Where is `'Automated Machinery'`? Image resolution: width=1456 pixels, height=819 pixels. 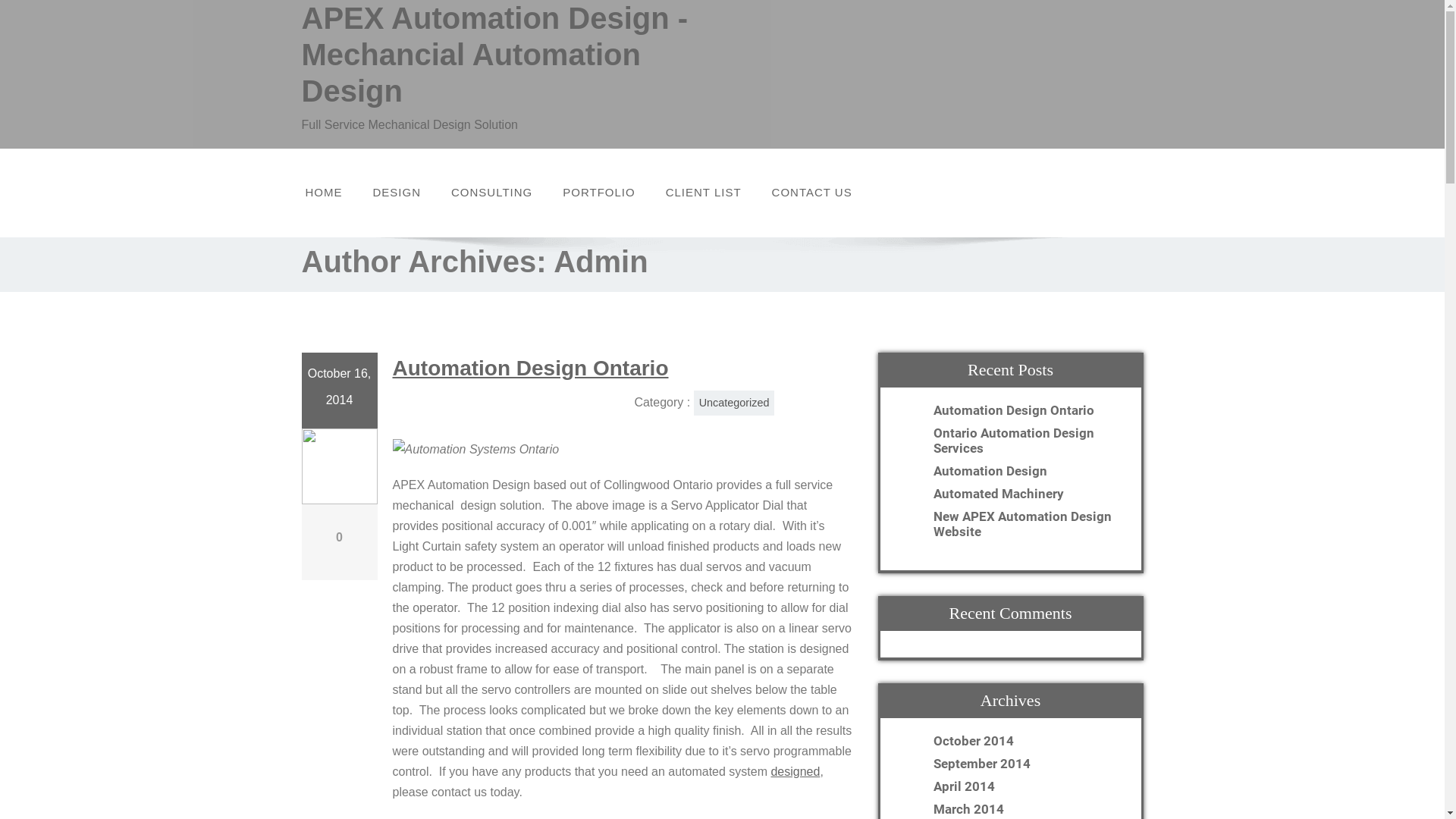 'Automated Machinery' is located at coordinates (1025, 493).